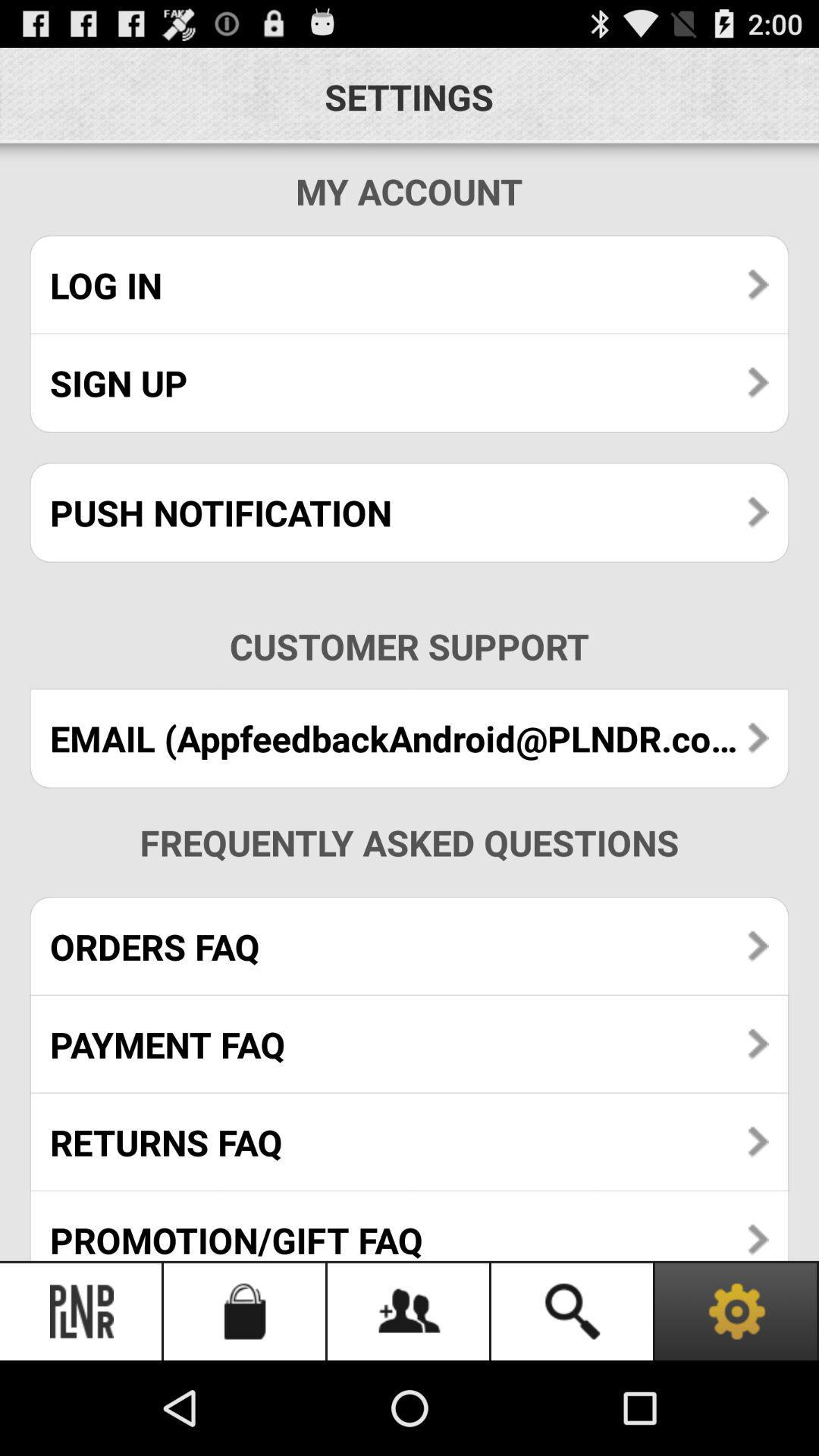 The width and height of the screenshot is (819, 1456). I want to click on the email appfeedbackandroid plndr item, so click(409, 738).